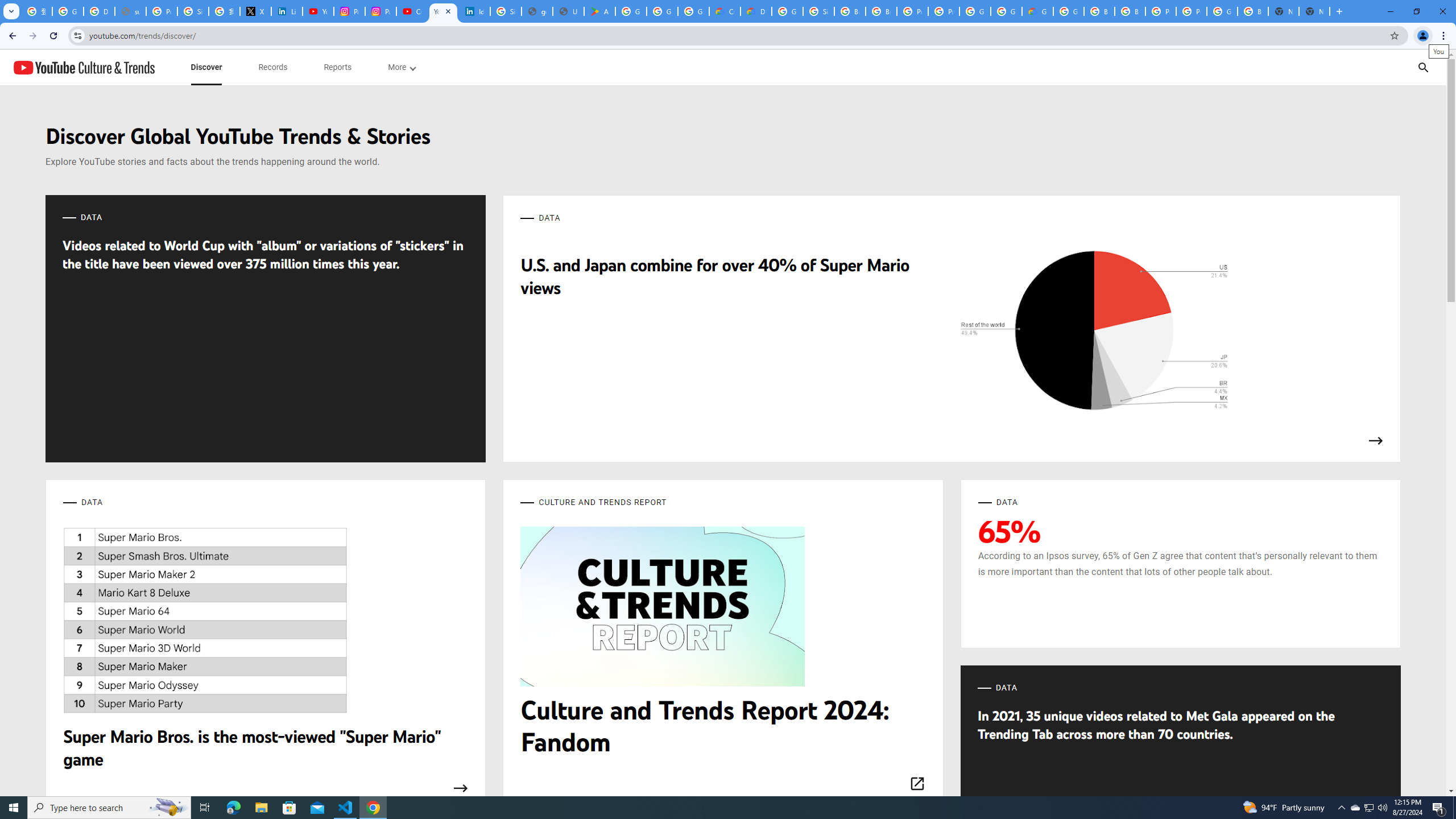  Describe the element at coordinates (974, 11) in the screenshot. I see `'Google Cloud Platform'` at that location.